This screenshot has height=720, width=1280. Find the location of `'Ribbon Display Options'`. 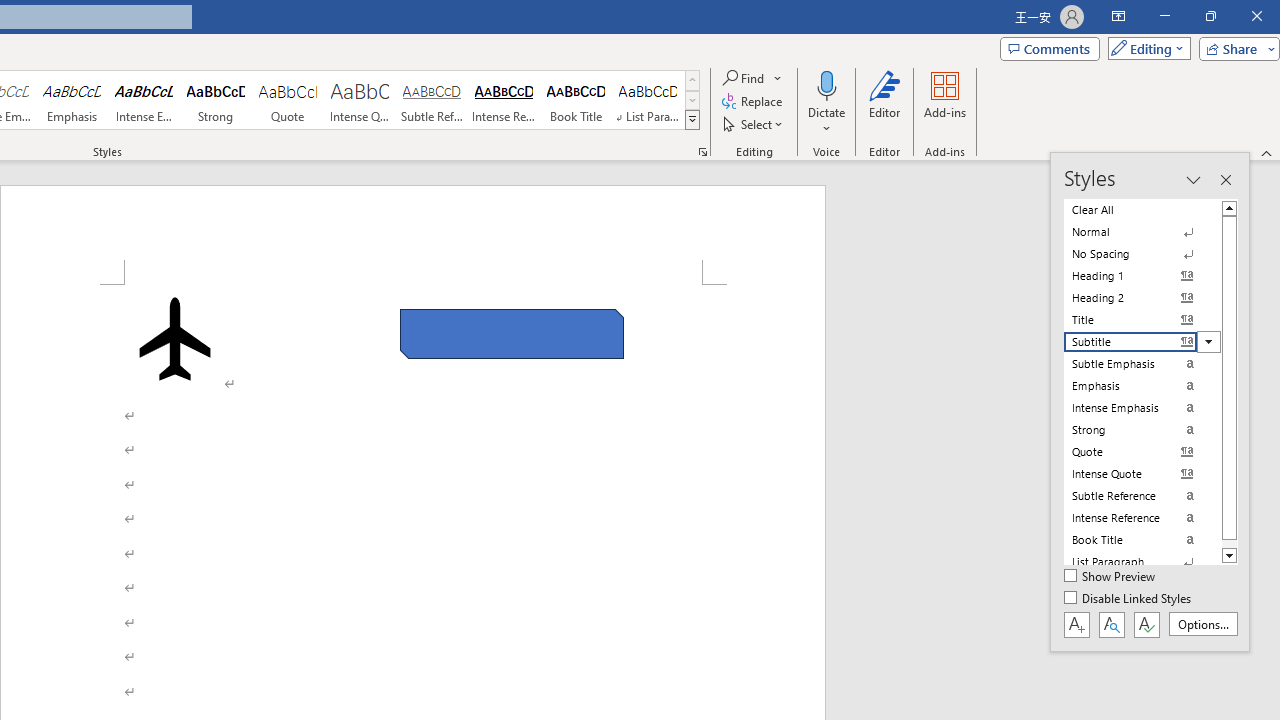

'Ribbon Display Options' is located at coordinates (1117, 16).